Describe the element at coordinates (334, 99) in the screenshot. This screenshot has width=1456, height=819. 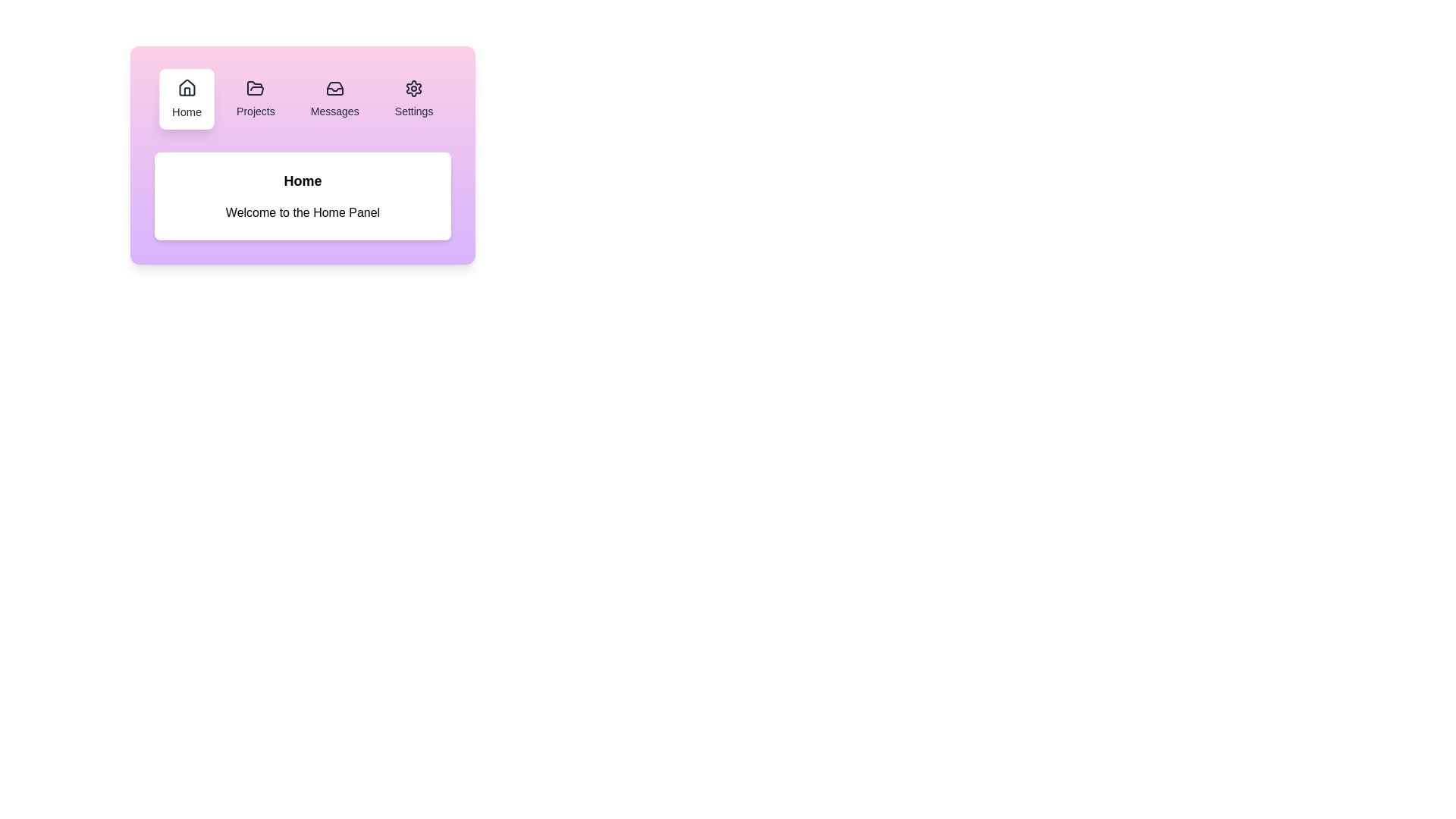
I see `the 'Messages' button, which features an inbox icon and a text label, to activate the hover effect` at that location.